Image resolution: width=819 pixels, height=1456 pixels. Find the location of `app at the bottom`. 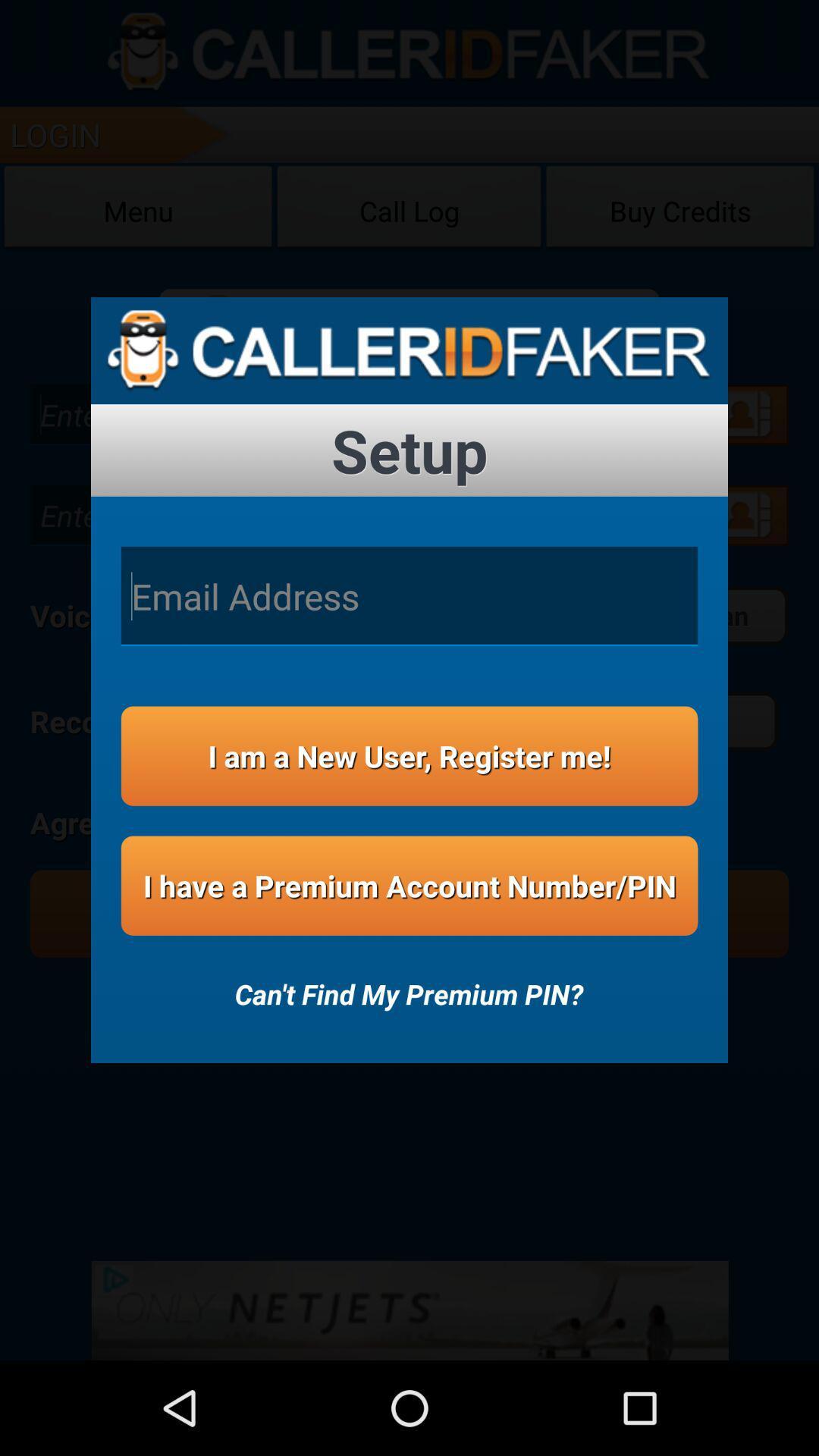

app at the bottom is located at coordinates (408, 984).